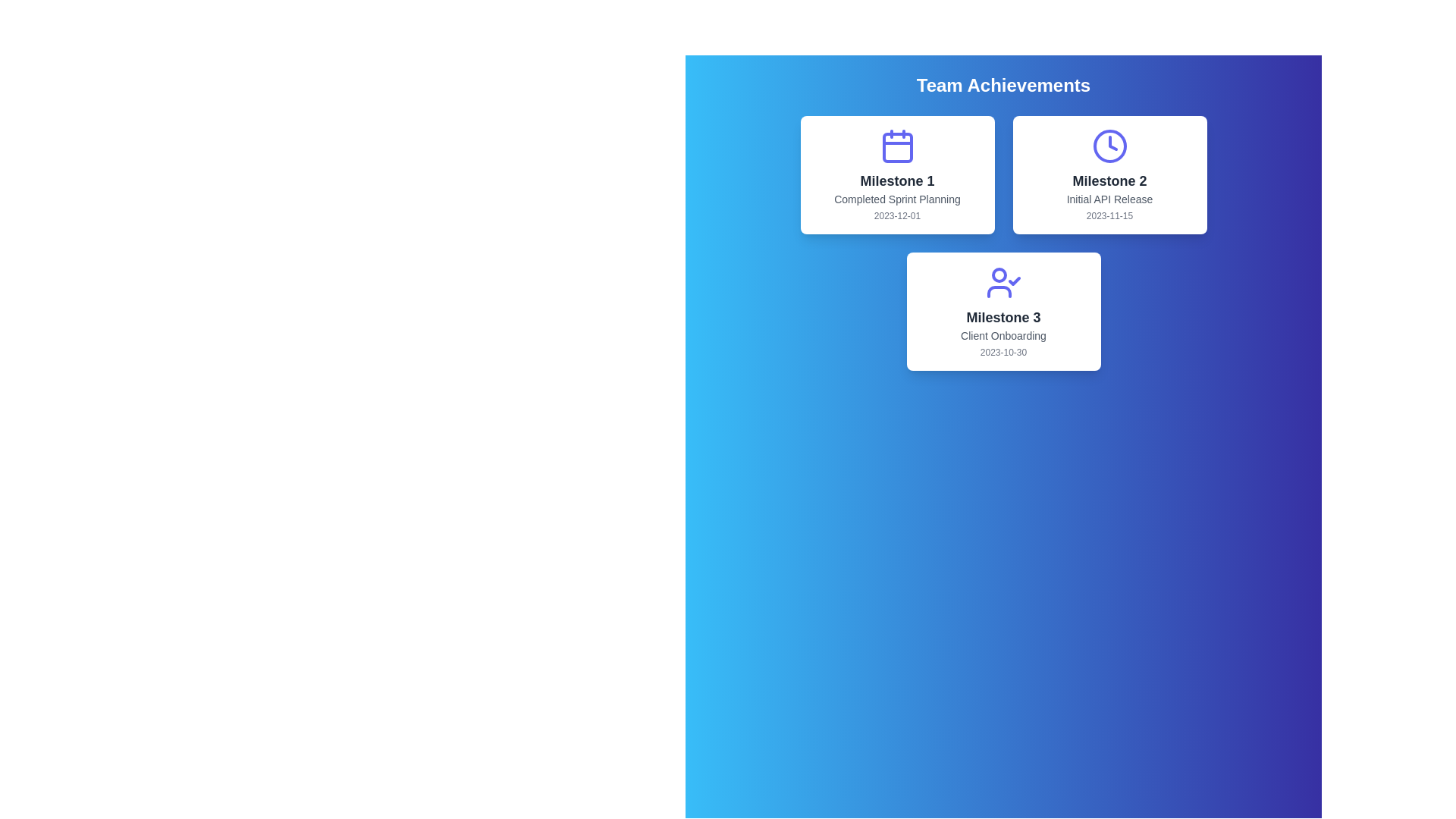  What do you see at coordinates (897, 146) in the screenshot?
I see `the SVG icon representing the calendar located at the upper center of the card for 'Milestone 1', above the text 'Milestone 1' and 'Completed Sprint Planning'` at bounding box center [897, 146].